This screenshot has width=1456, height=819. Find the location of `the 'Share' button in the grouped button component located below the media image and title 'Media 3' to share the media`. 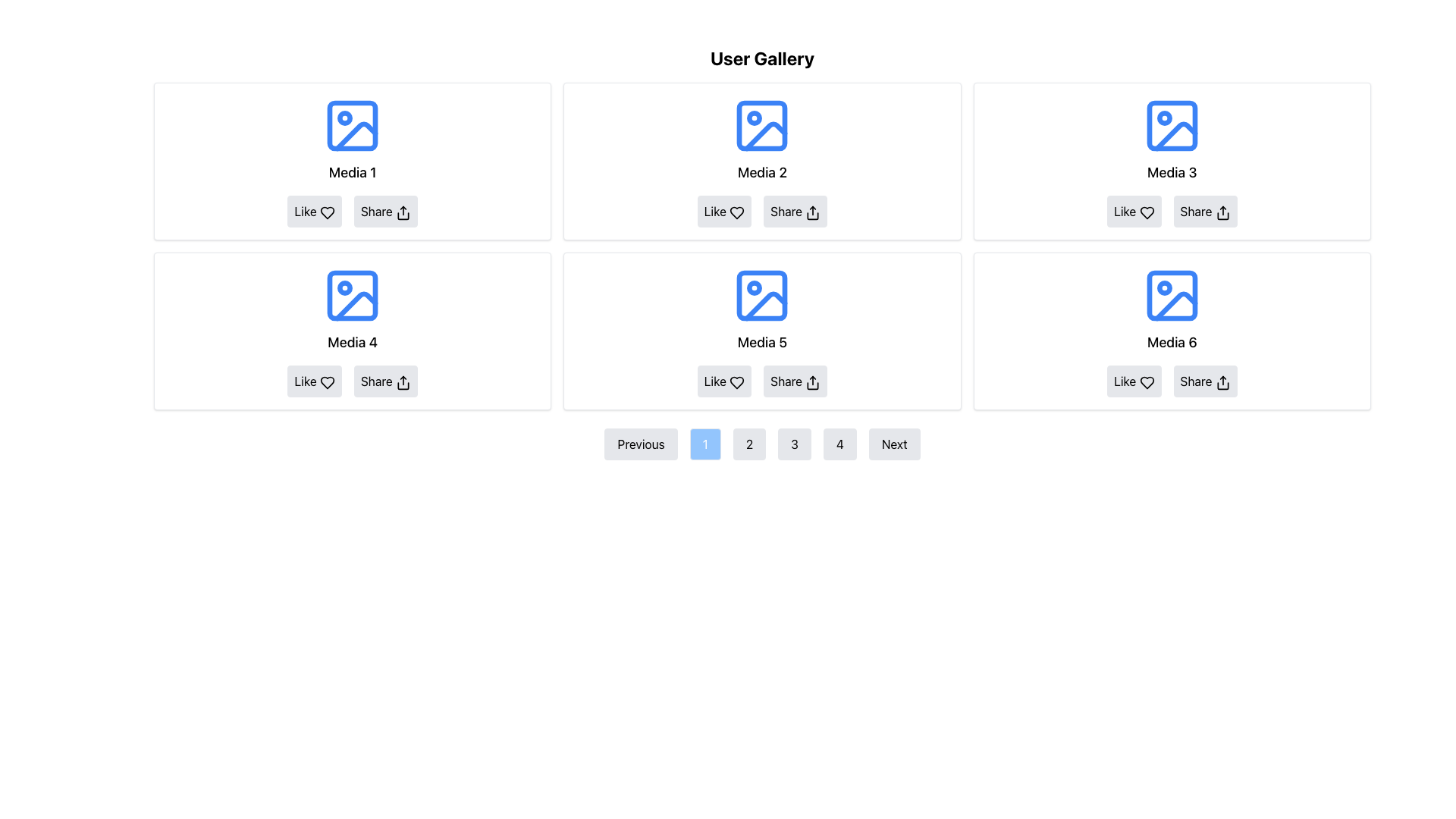

the 'Share' button in the grouped button component located below the media image and title 'Media 3' to share the media is located at coordinates (1171, 211).